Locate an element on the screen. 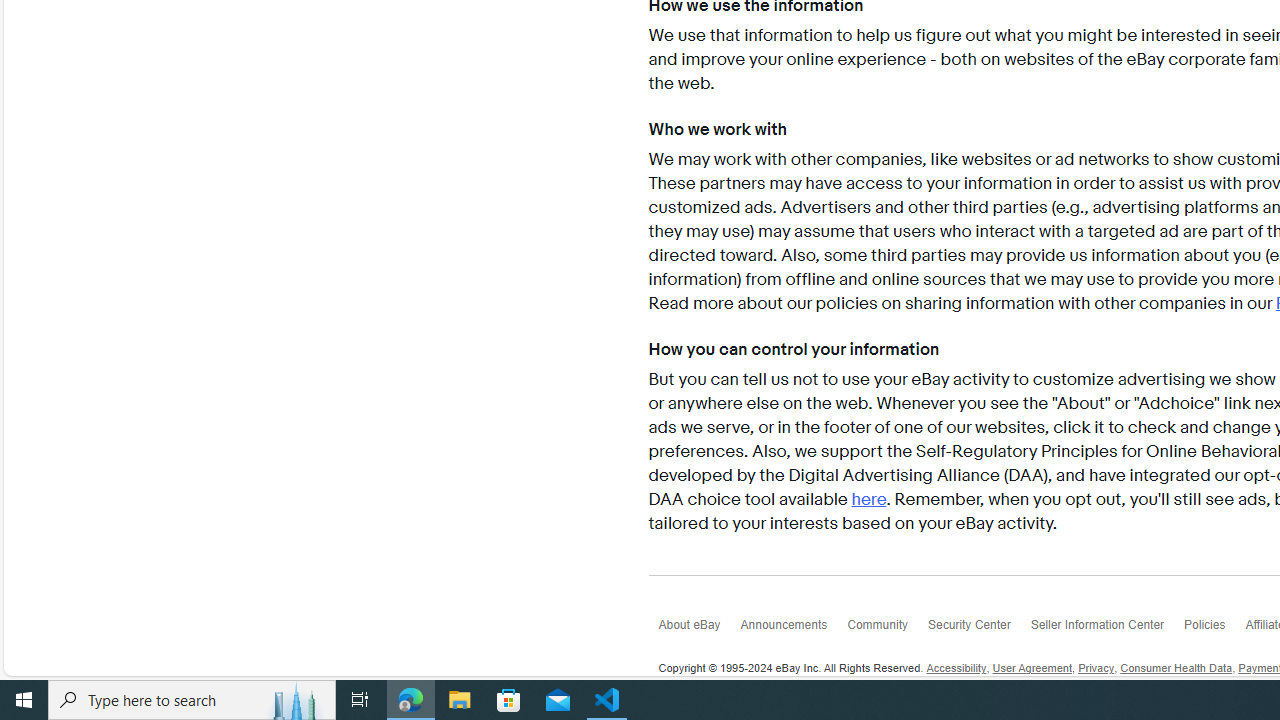  'Community' is located at coordinates (886, 628).